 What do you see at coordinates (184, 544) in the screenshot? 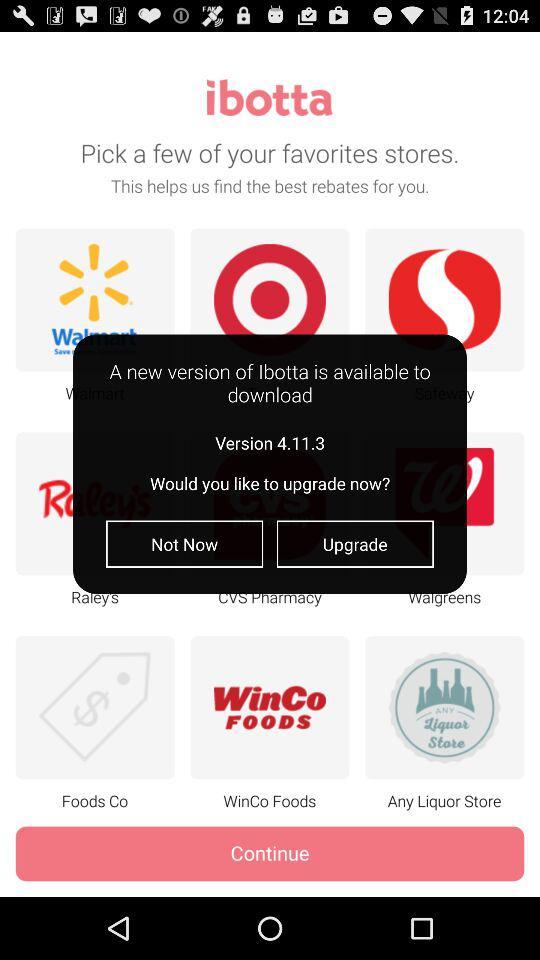
I see `the icon next to upgrade item` at bounding box center [184, 544].